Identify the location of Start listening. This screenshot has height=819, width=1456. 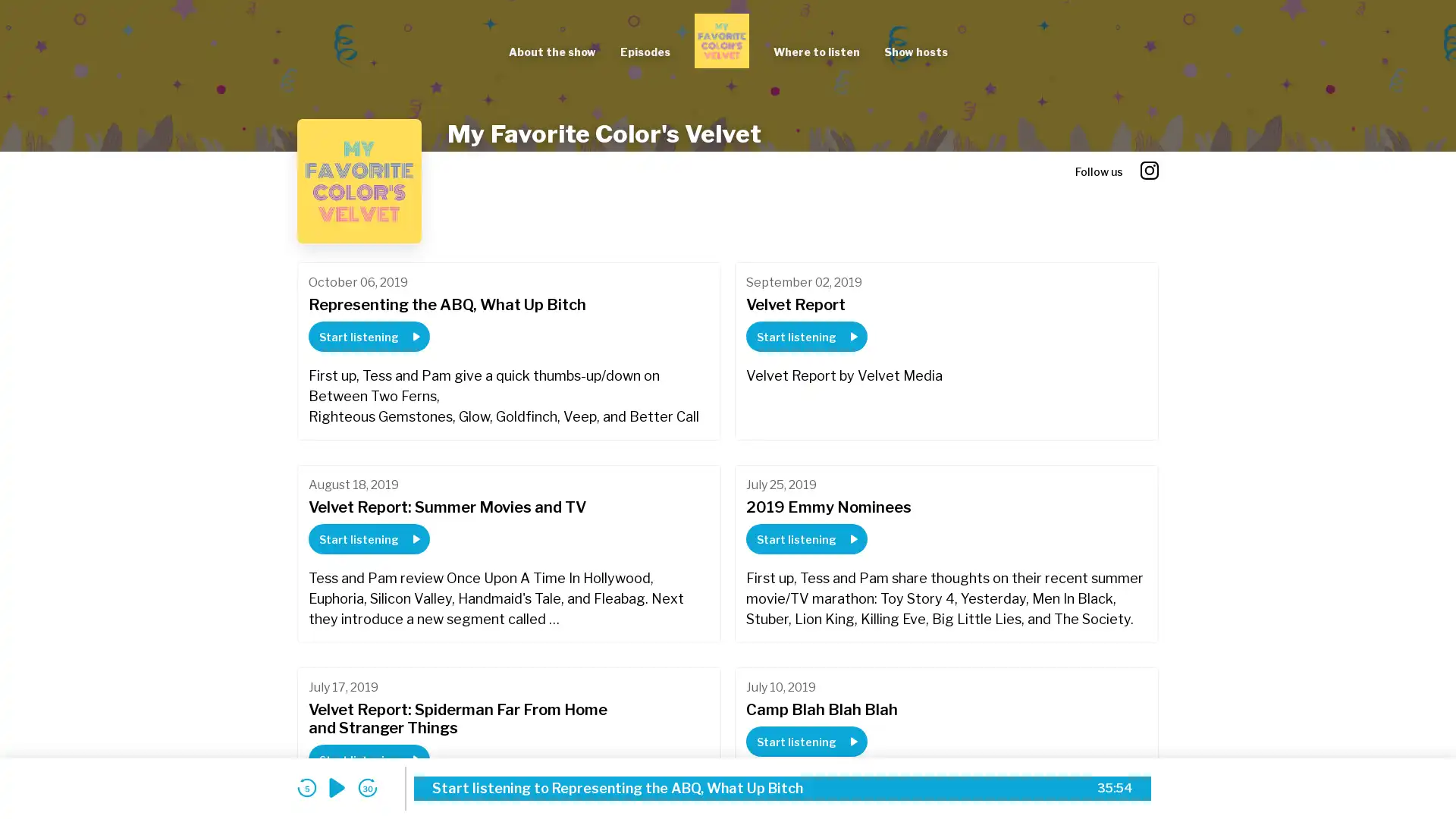
(806, 741).